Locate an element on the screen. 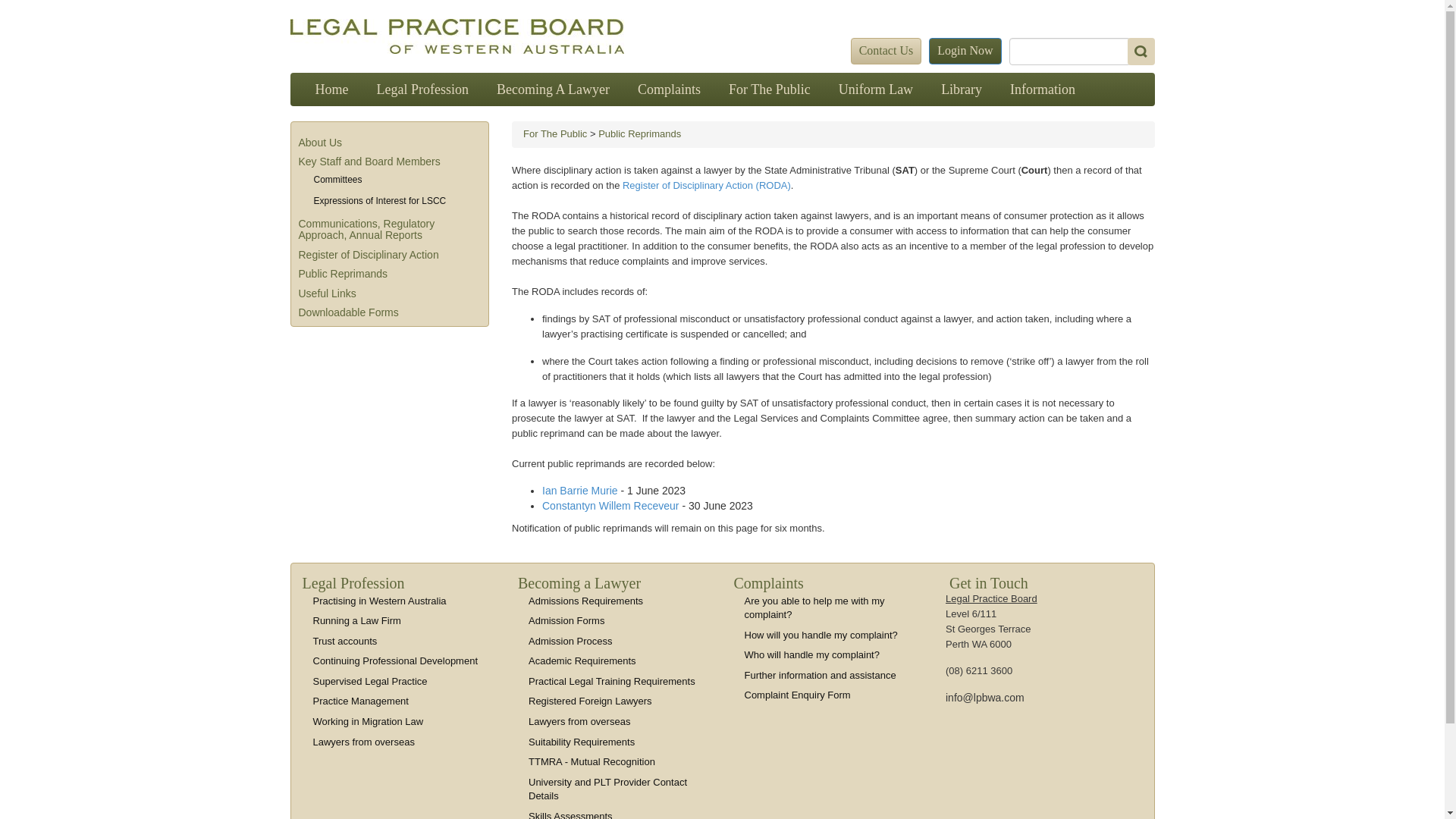 This screenshot has height=819, width=1456. 'Home' is located at coordinates (331, 89).